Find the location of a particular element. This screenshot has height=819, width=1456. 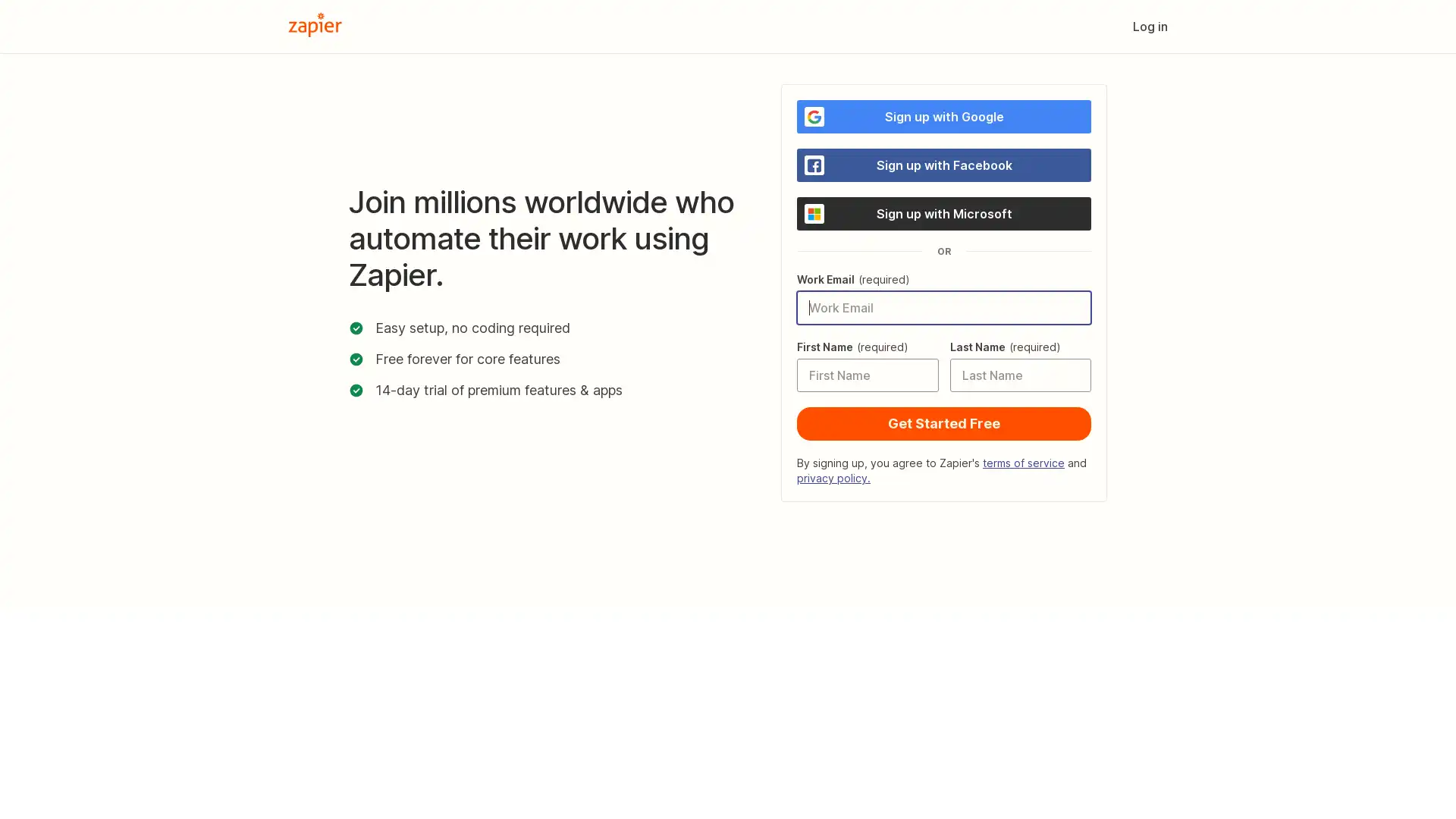

Google Logo Sign up with Google is located at coordinates (943, 116).